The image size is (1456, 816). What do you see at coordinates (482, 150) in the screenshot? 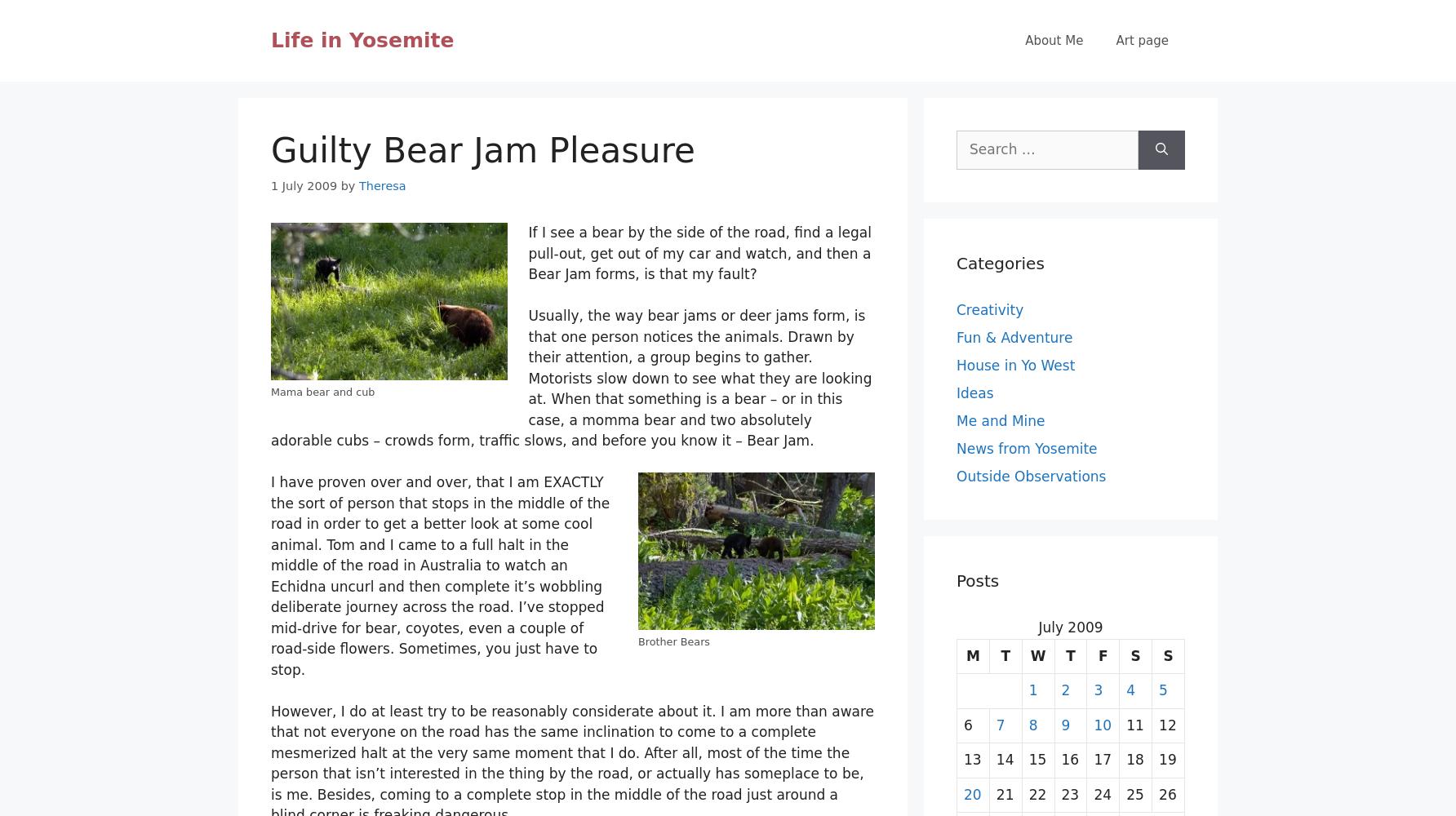
I see `'Guilty Bear Jam Pleasure'` at bounding box center [482, 150].